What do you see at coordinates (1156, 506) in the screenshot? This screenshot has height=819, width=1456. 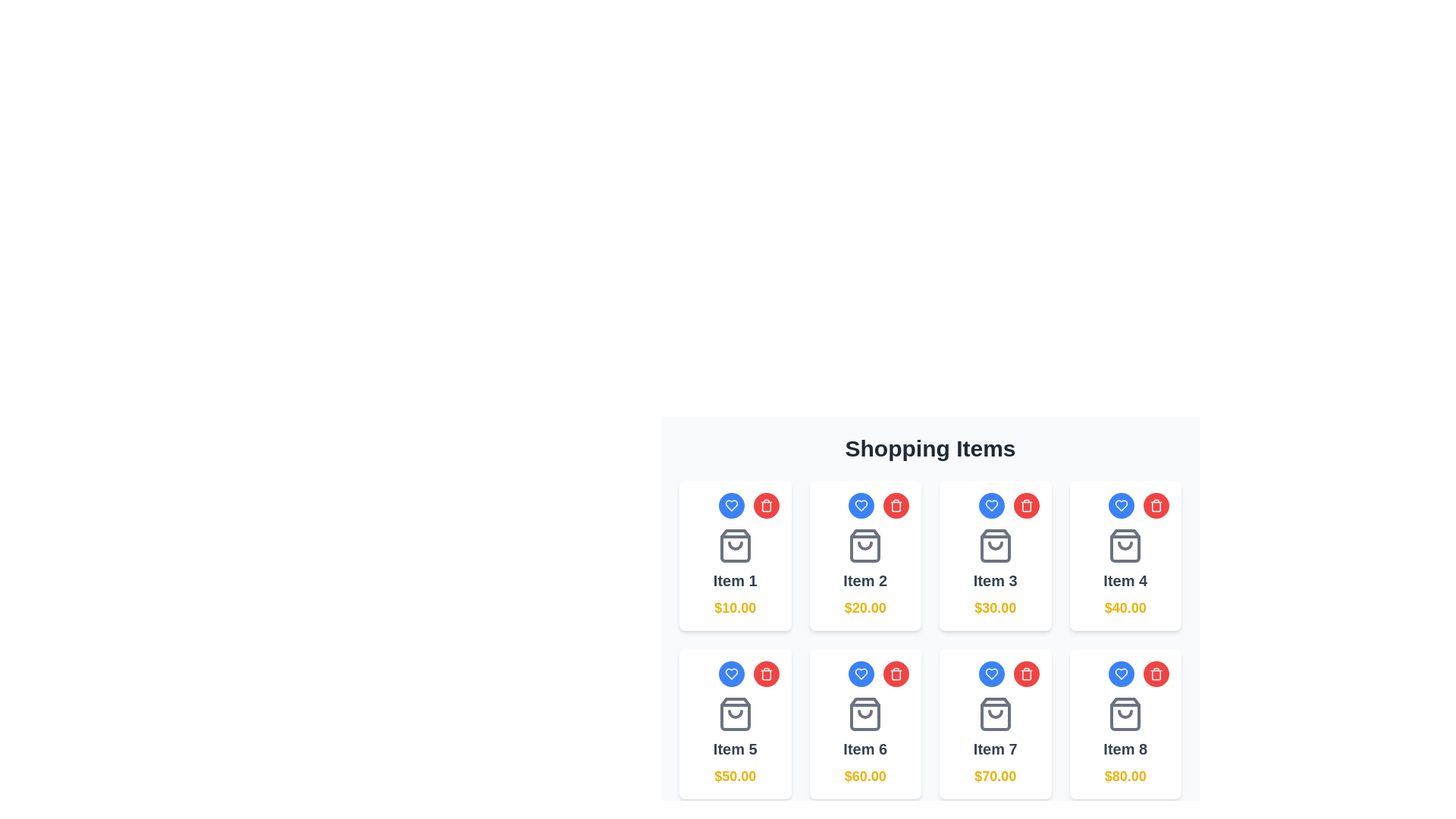 I see `the circular red button with a white trash can icon located at the top-right corner of the card for 'Item 4'` at bounding box center [1156, 506].